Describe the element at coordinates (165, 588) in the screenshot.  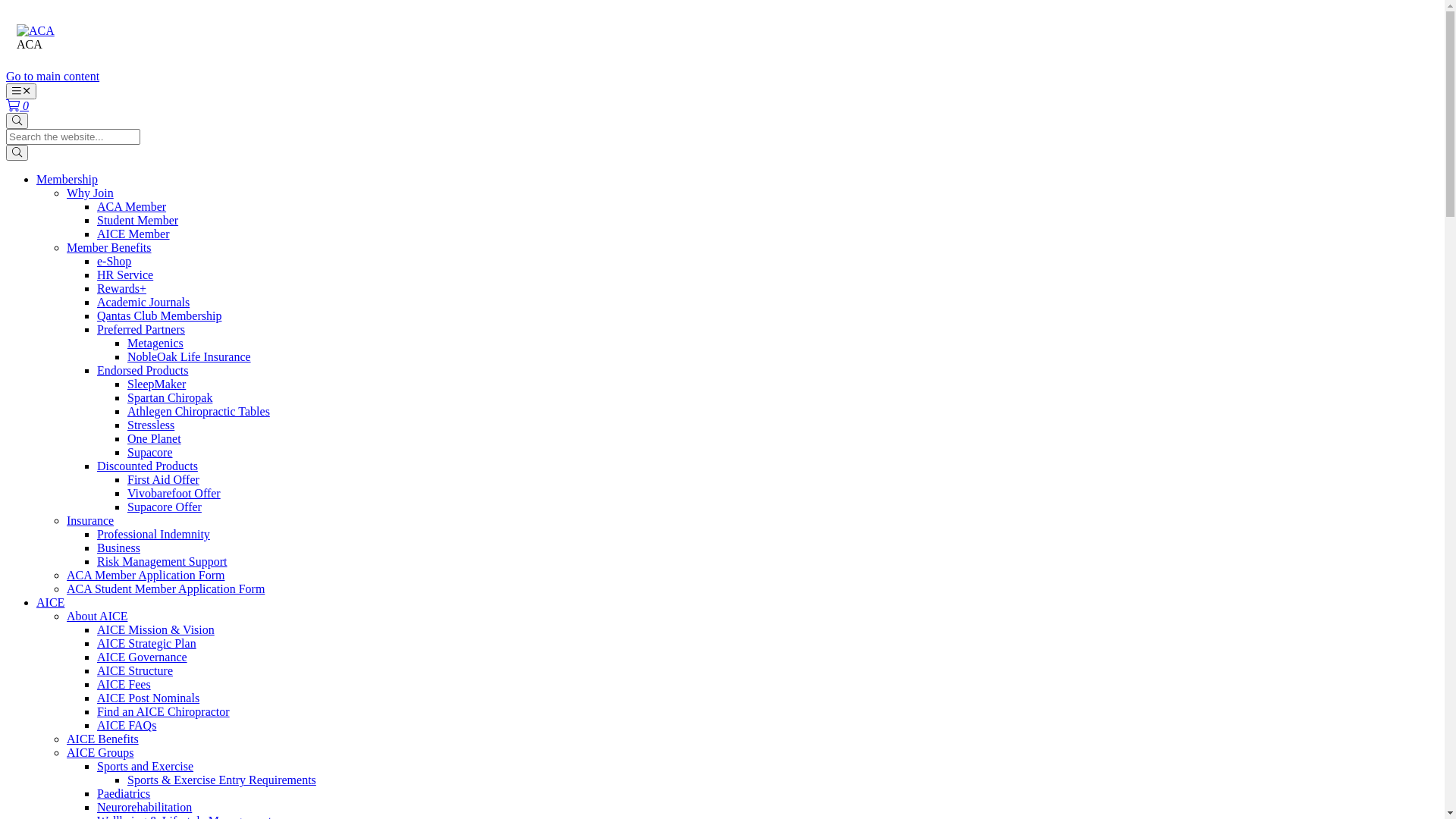
I see `'ACA Student Member Application Form'` at that location.